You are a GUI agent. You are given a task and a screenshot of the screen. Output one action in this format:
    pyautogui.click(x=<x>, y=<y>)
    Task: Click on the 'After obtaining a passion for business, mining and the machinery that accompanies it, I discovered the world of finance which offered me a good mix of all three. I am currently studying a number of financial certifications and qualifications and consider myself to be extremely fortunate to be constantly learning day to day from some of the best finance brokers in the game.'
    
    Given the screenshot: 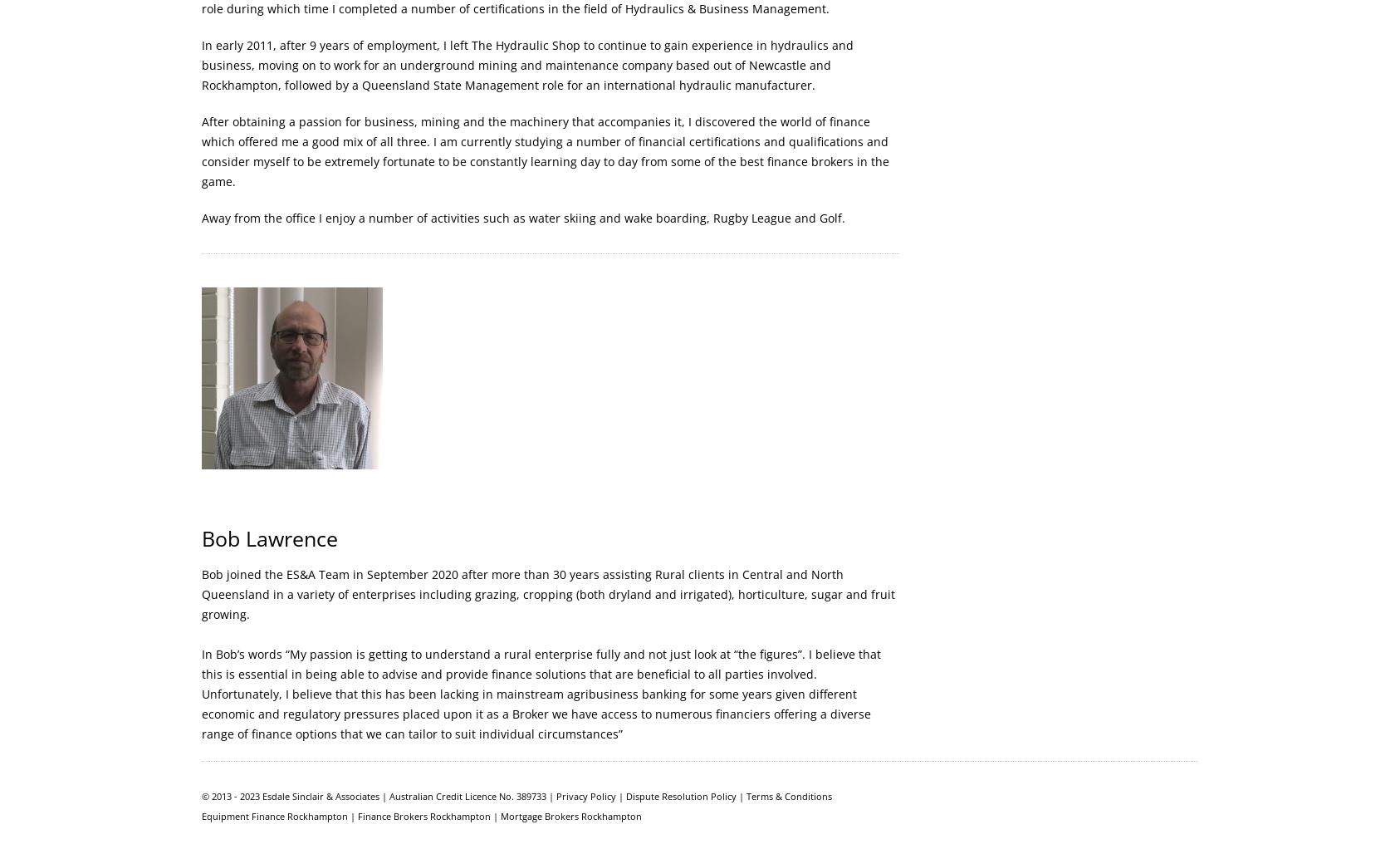 What is the action you would take?
    pyautogui.click(x=545, y=150)
    